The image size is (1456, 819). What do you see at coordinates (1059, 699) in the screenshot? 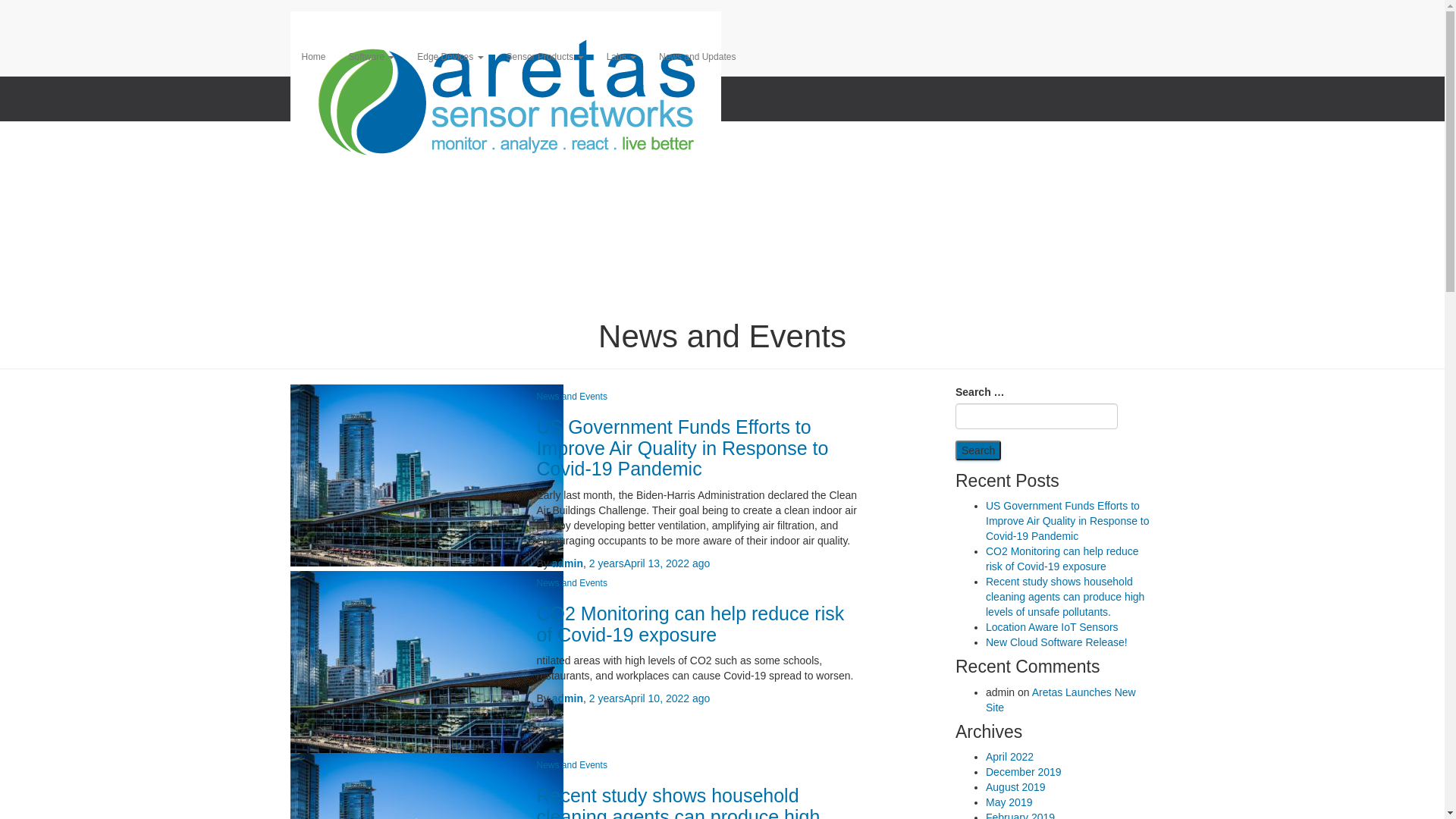
I see `'Aretas Launches New Site'` at bounding box center [1059, 699].